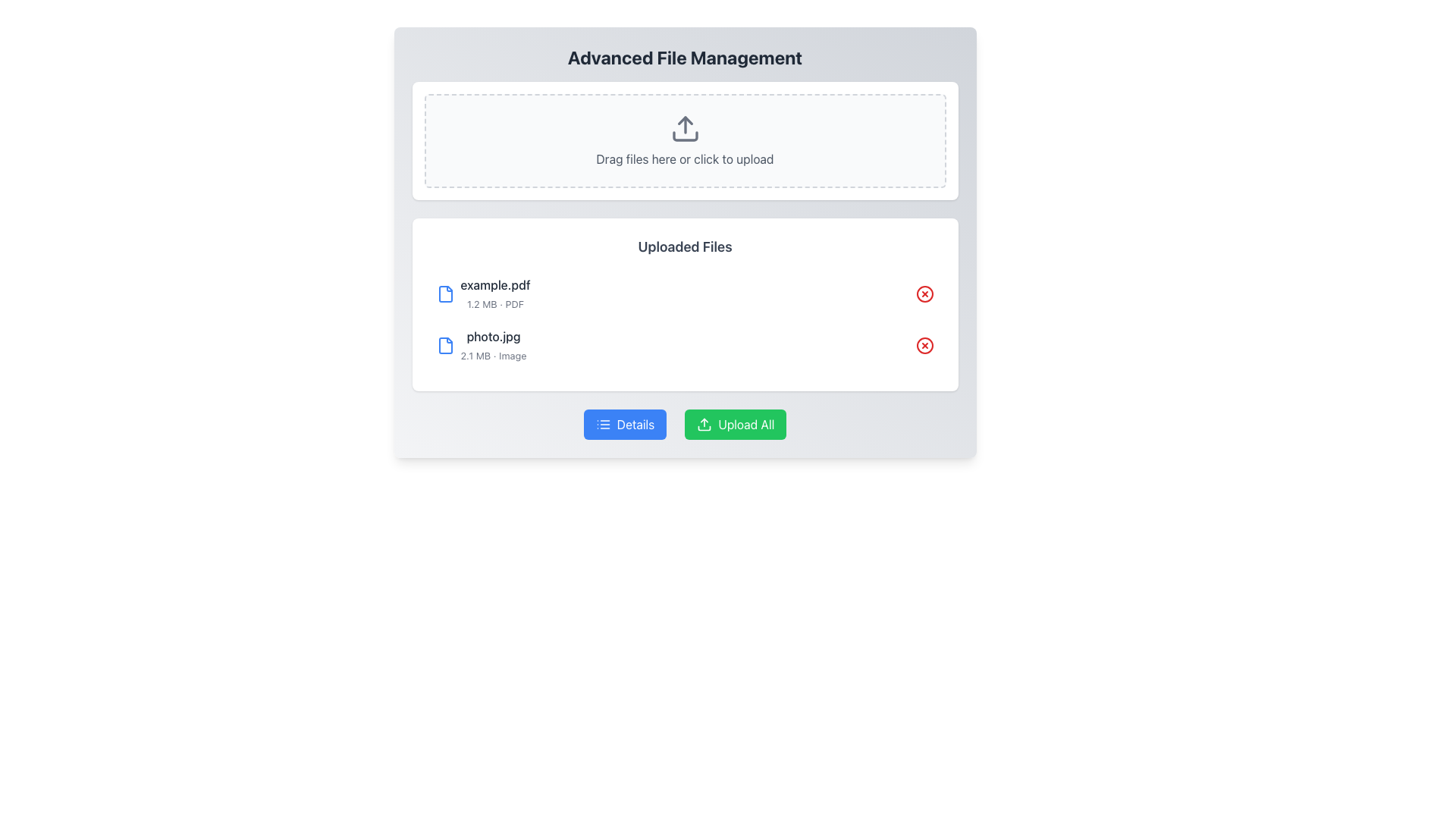  Describe the element at coordinates (480, 345) in the screenshot. I see `to select the file entry labeled 'photo.jpg' in the Uploaded Files section, which is the second entry below 'example.pdf'` at that location.